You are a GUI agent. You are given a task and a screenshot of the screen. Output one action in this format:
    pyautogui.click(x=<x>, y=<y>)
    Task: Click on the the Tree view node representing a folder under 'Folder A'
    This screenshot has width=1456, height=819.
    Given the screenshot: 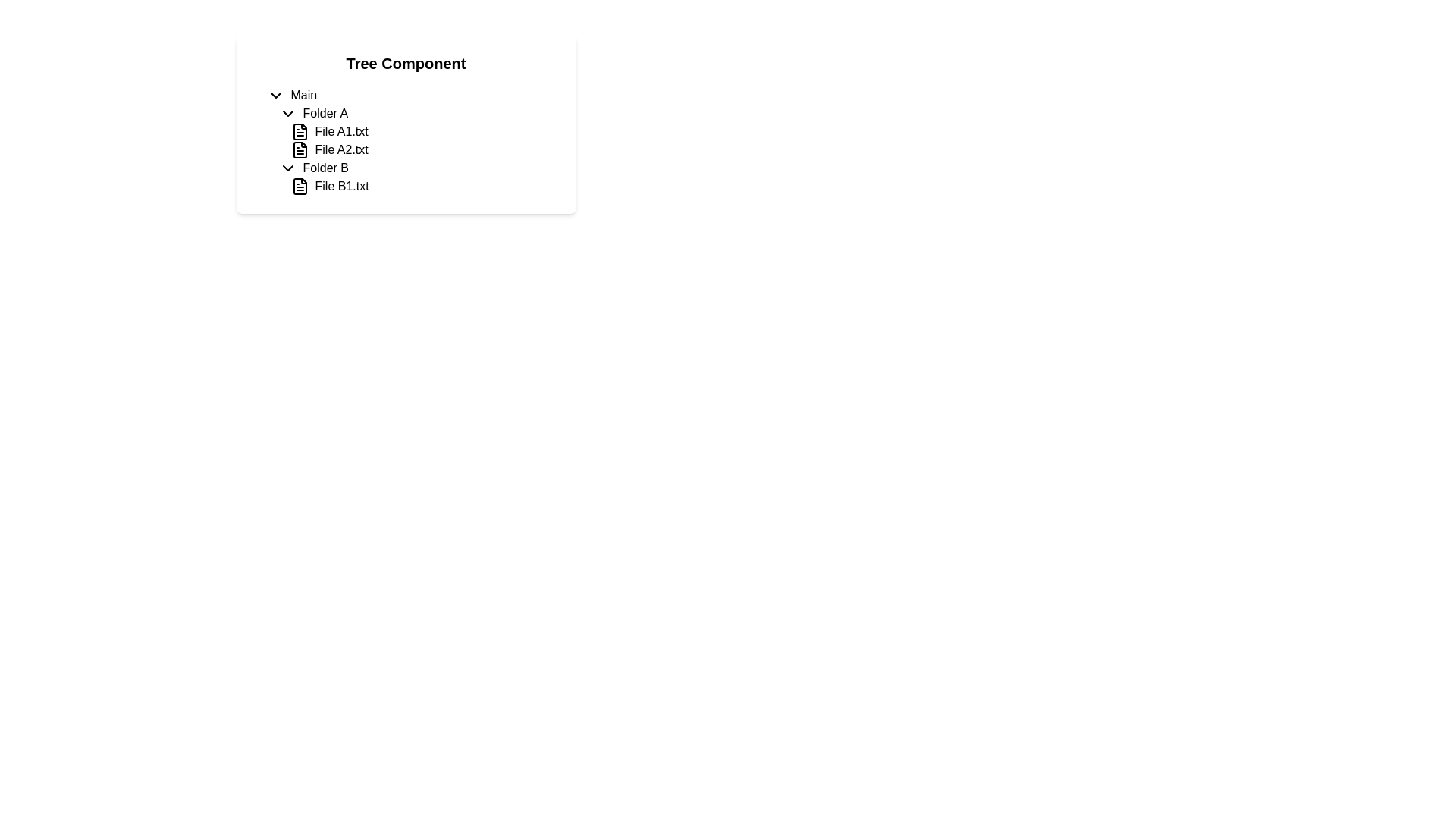 What is the action you would take?
    pyautogui.click(x=418, y=168)
    